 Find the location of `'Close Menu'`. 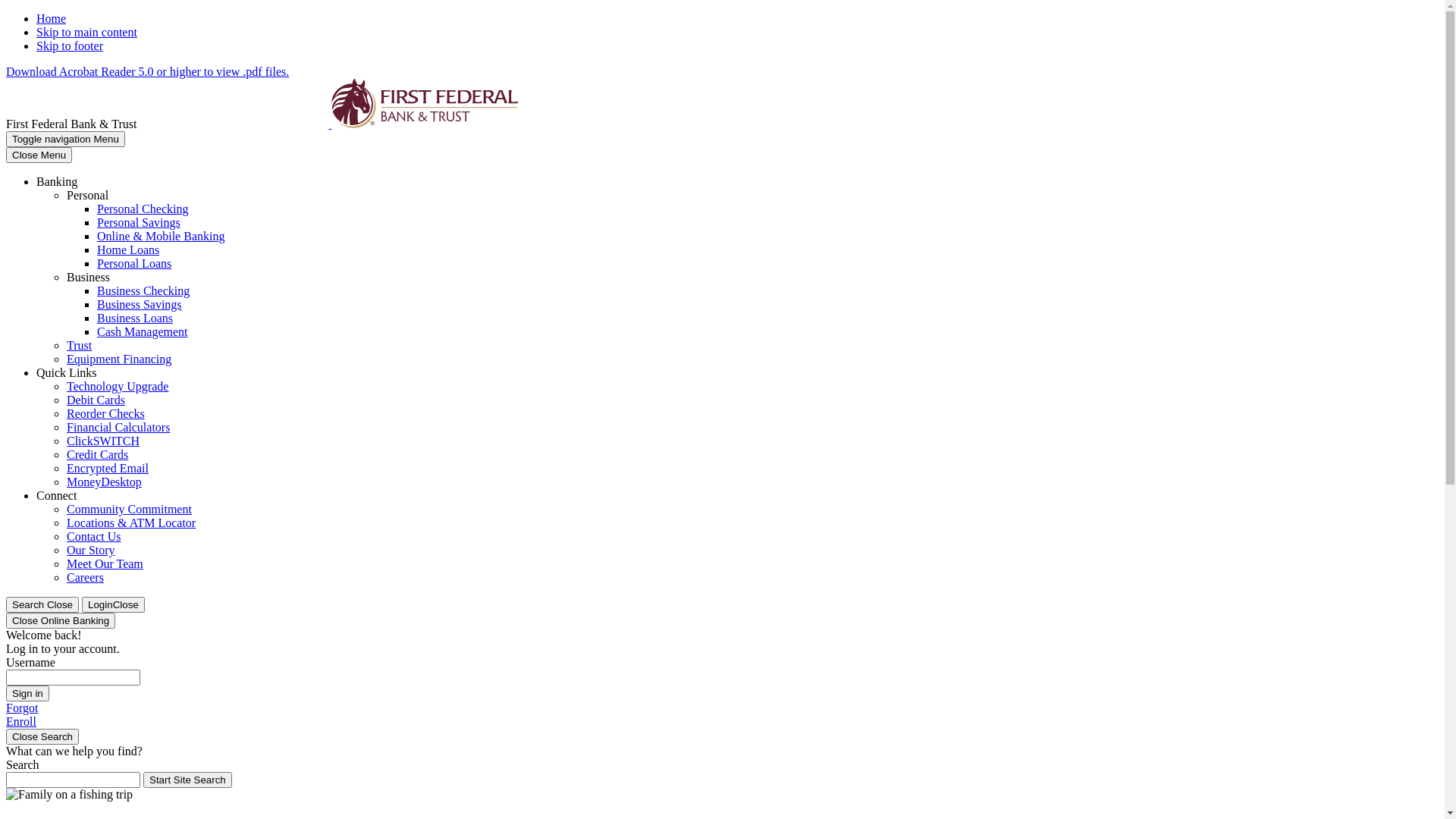

'Close Menu' is located at coordinates (39, 155).